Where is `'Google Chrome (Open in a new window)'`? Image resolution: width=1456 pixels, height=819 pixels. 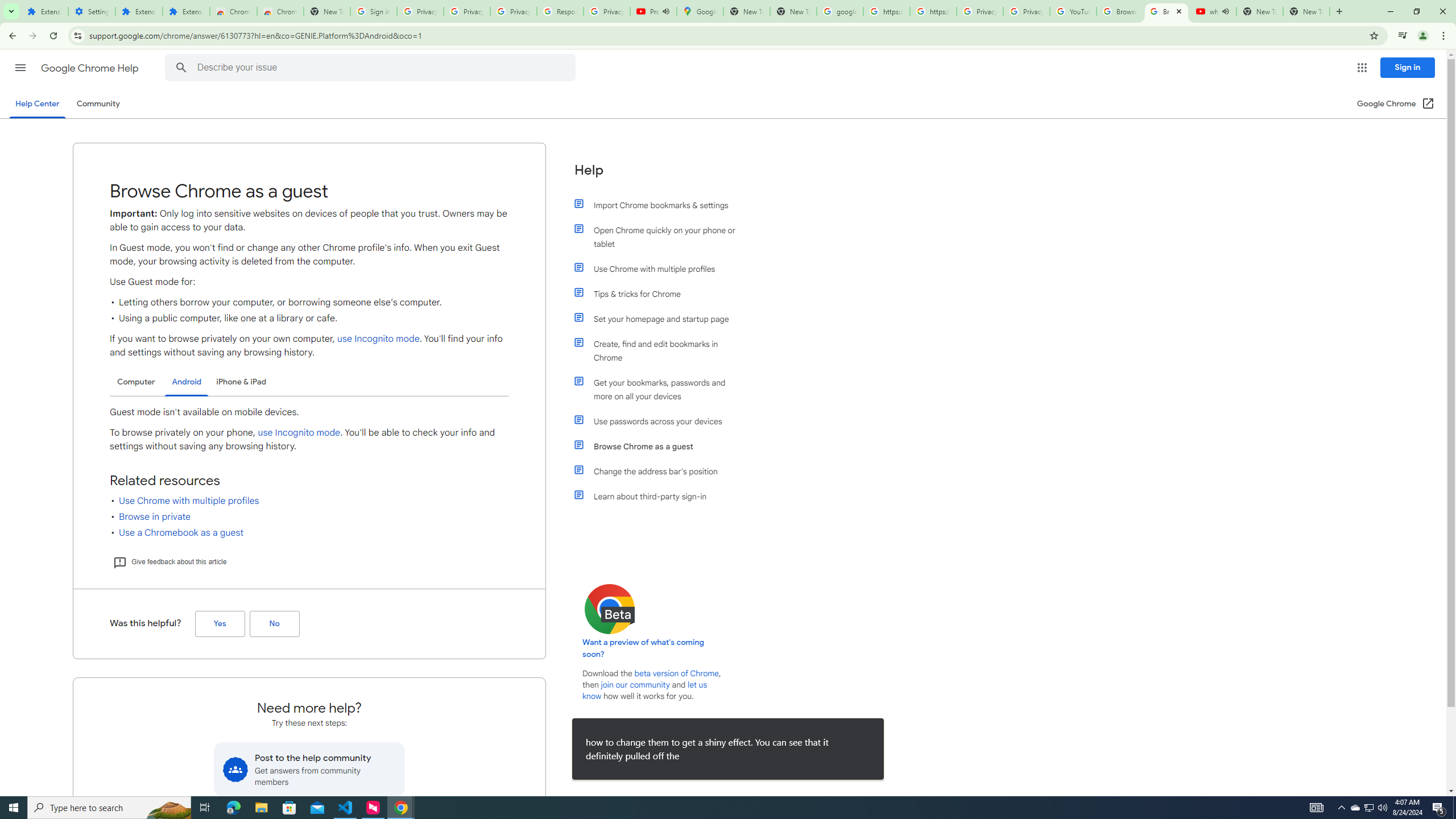 'Google Chrome (Open in a new window)' is located at coordinates (1396, 103).